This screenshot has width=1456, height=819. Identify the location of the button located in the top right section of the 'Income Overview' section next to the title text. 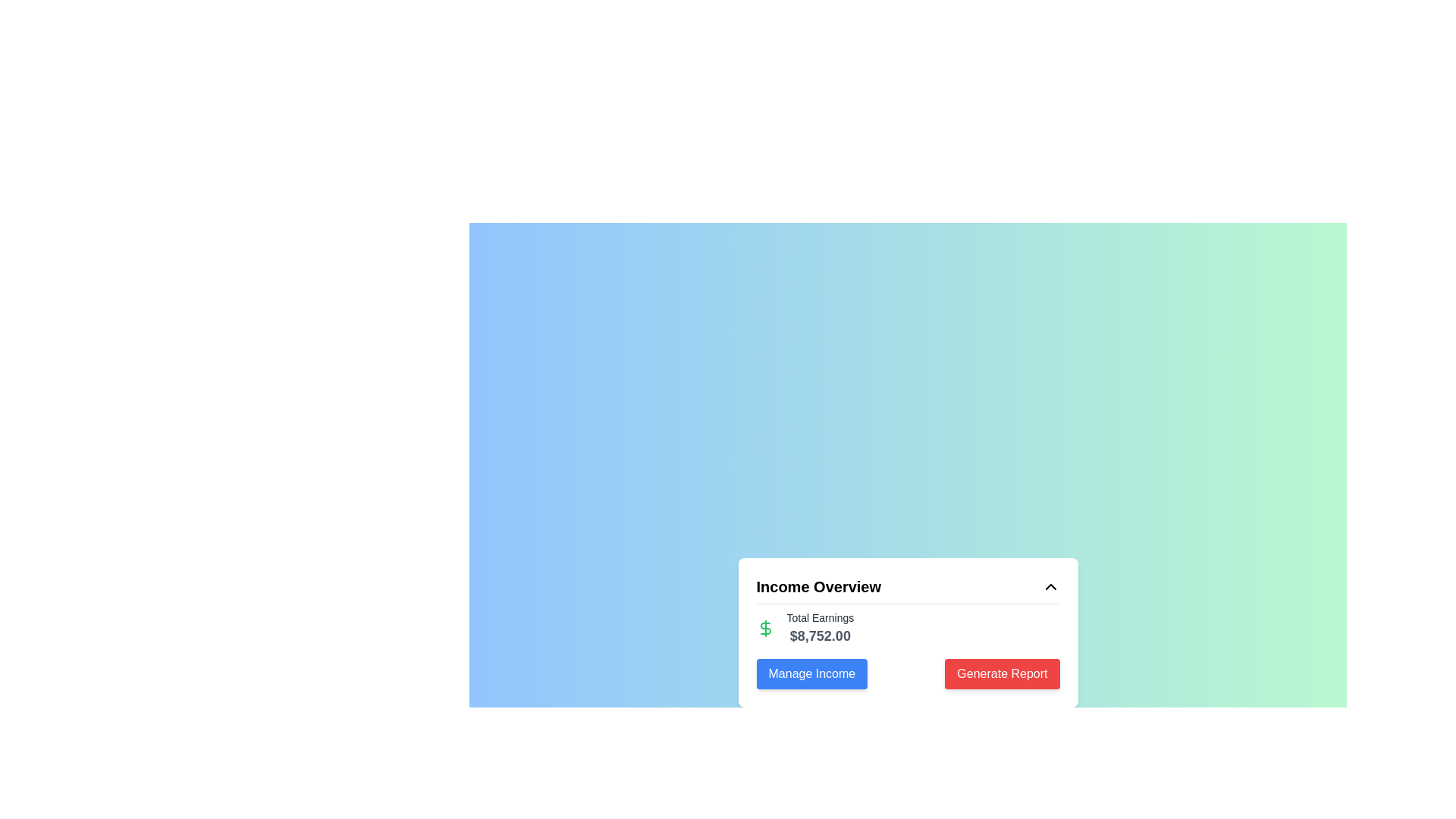
(1050, 585).